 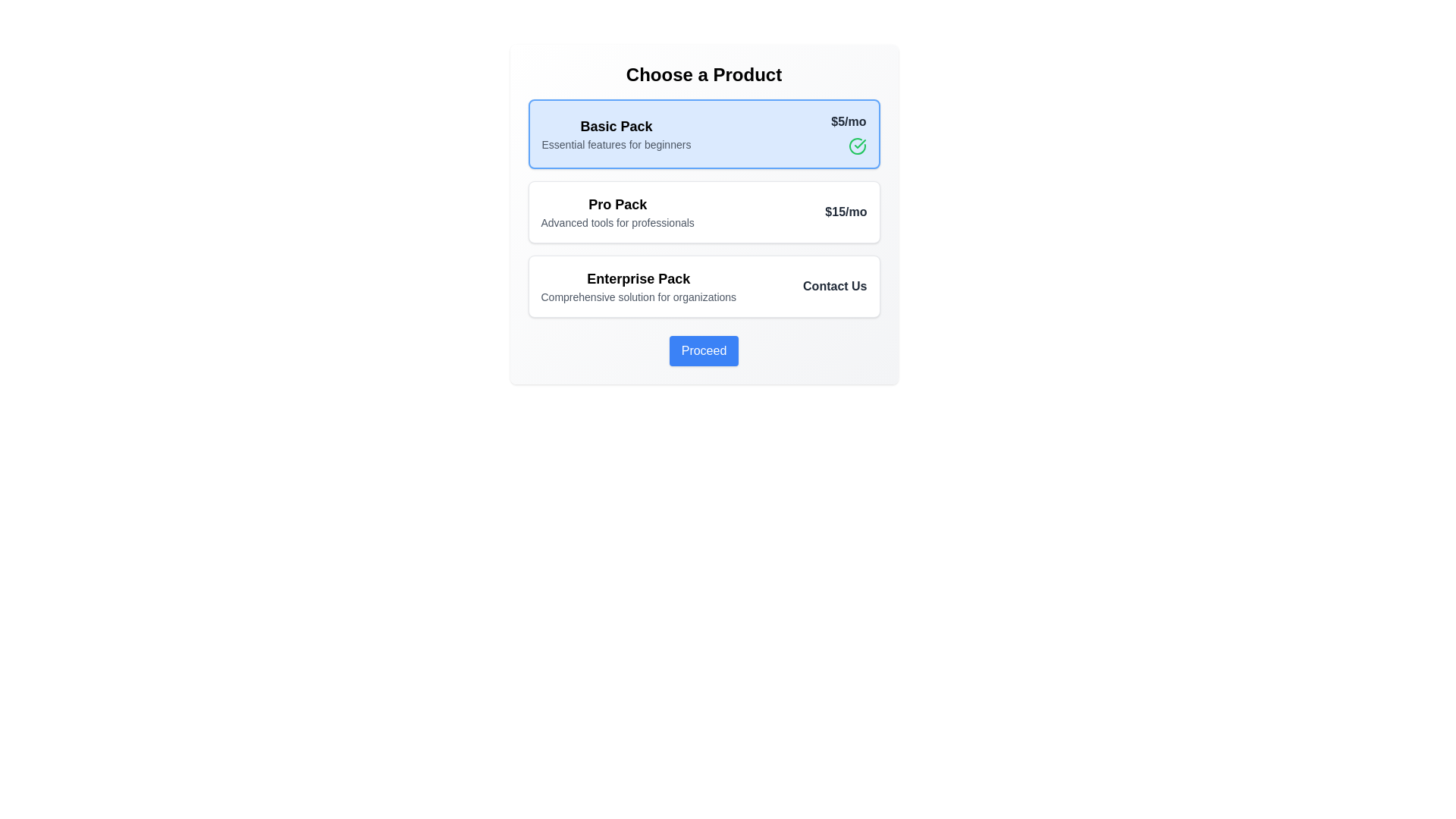 I want to click on the blue 'Proceed' button with white text to observe any hover effects, so click(x=703, y=350).